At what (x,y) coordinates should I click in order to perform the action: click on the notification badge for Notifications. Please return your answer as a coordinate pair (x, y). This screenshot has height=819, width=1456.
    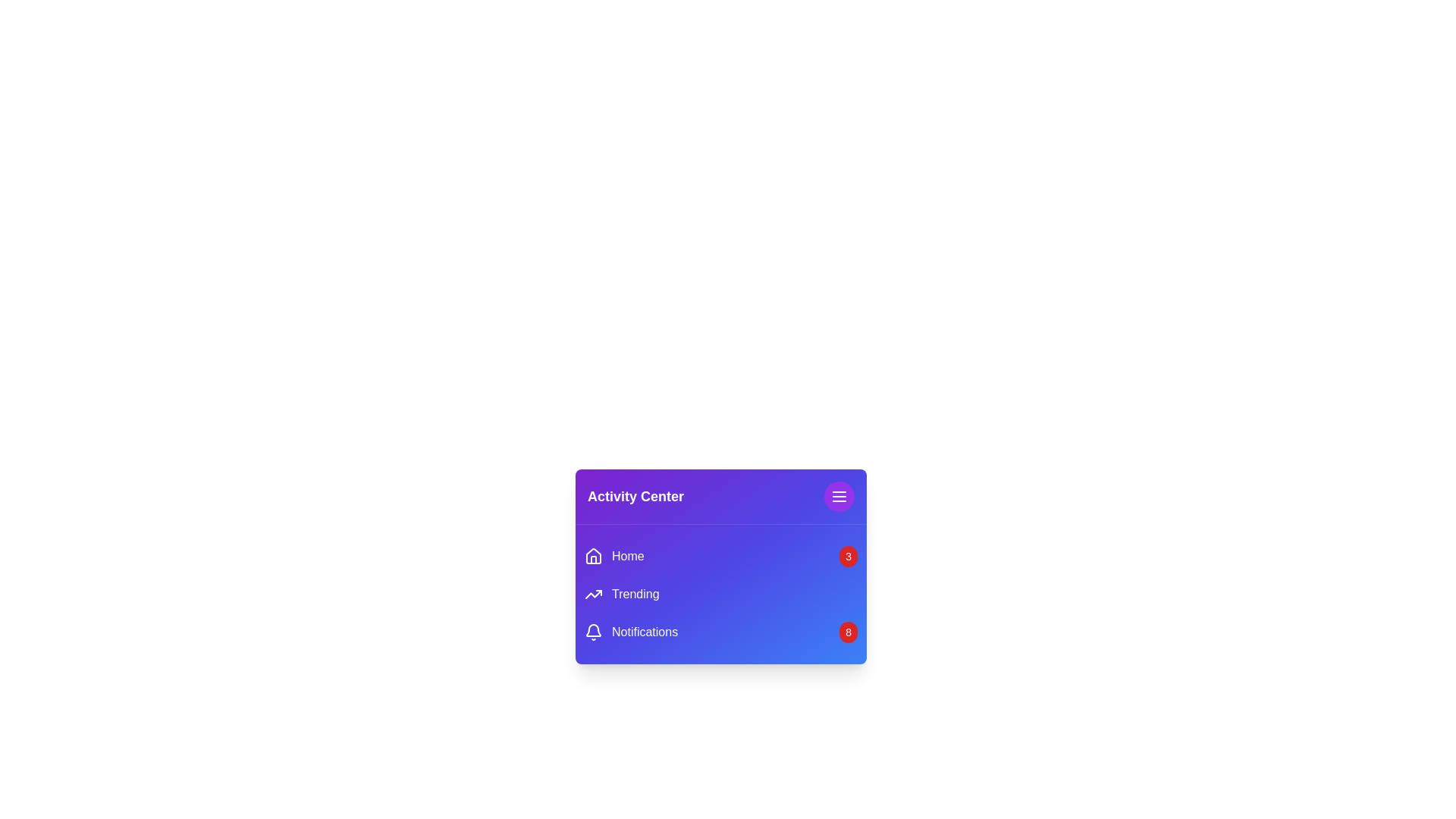
    Looking at the image, I should click on (847, 632).